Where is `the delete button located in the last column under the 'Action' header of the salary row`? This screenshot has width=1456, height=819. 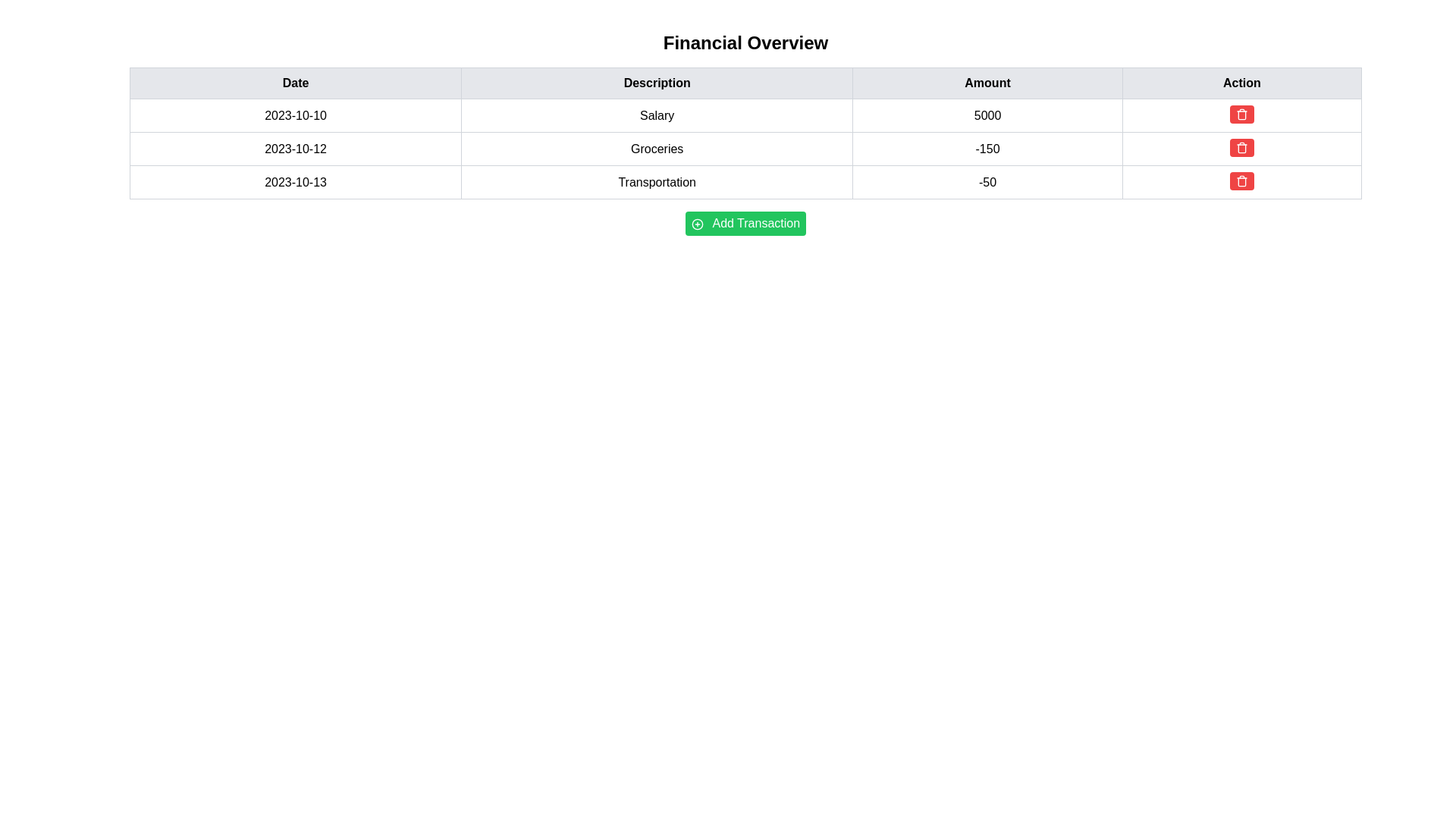
the delete button located in the last column under the 'Action' header of the salary row is located at coordinates (1241, 115).